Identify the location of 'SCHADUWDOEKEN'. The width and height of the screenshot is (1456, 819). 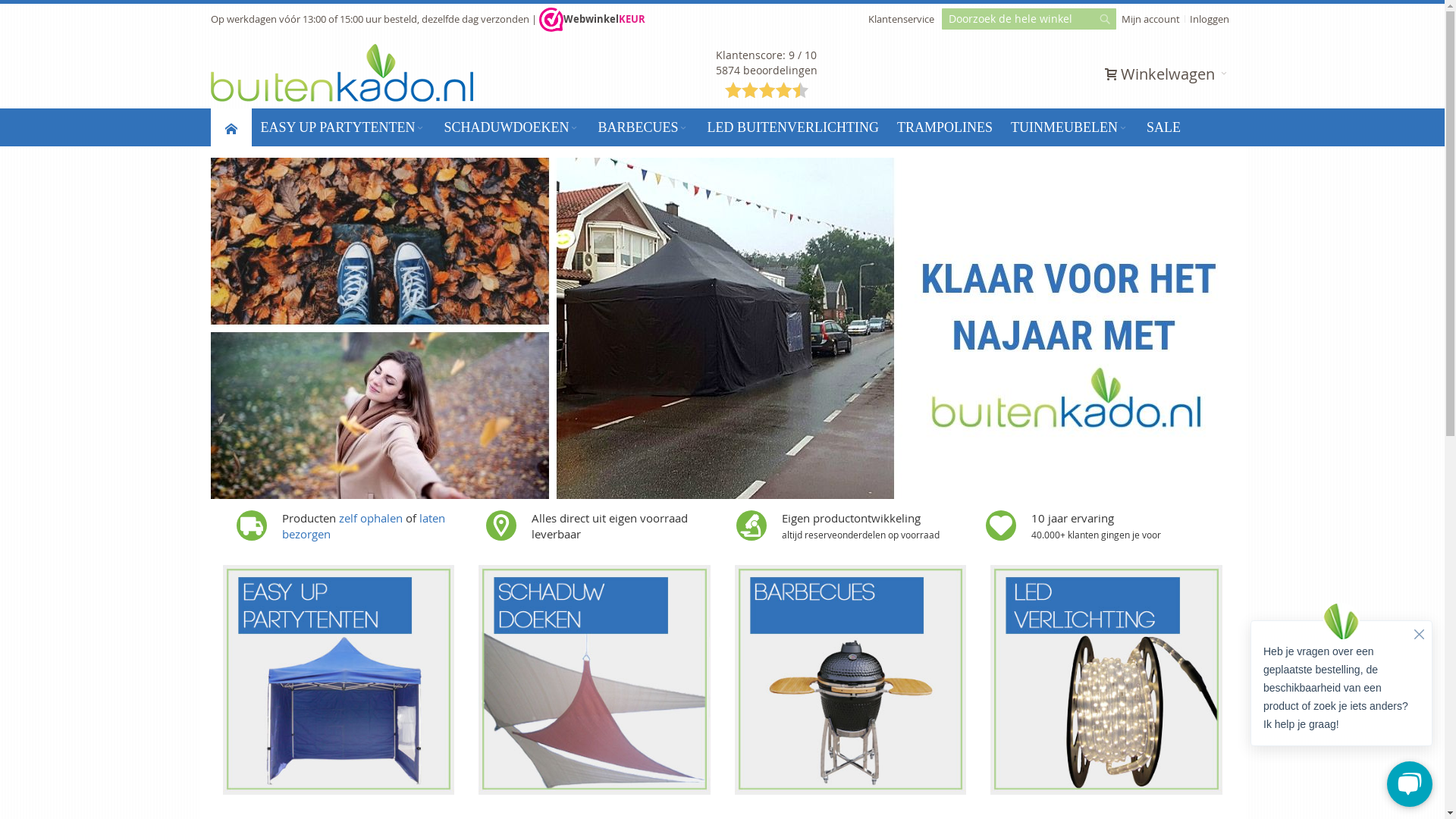
(511, 127).